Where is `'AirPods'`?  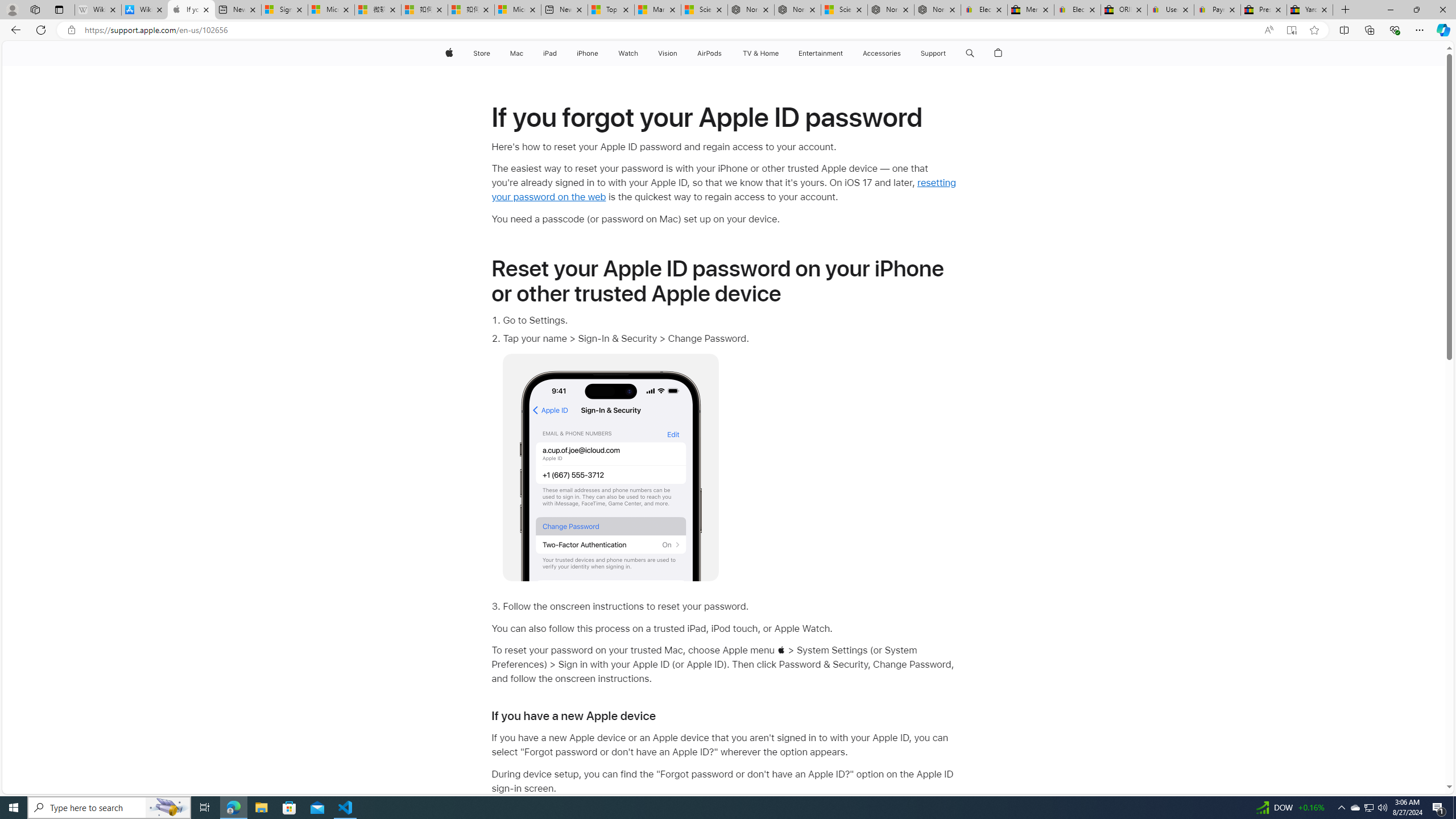 'AirPods' is located at coordinates (709, 53).